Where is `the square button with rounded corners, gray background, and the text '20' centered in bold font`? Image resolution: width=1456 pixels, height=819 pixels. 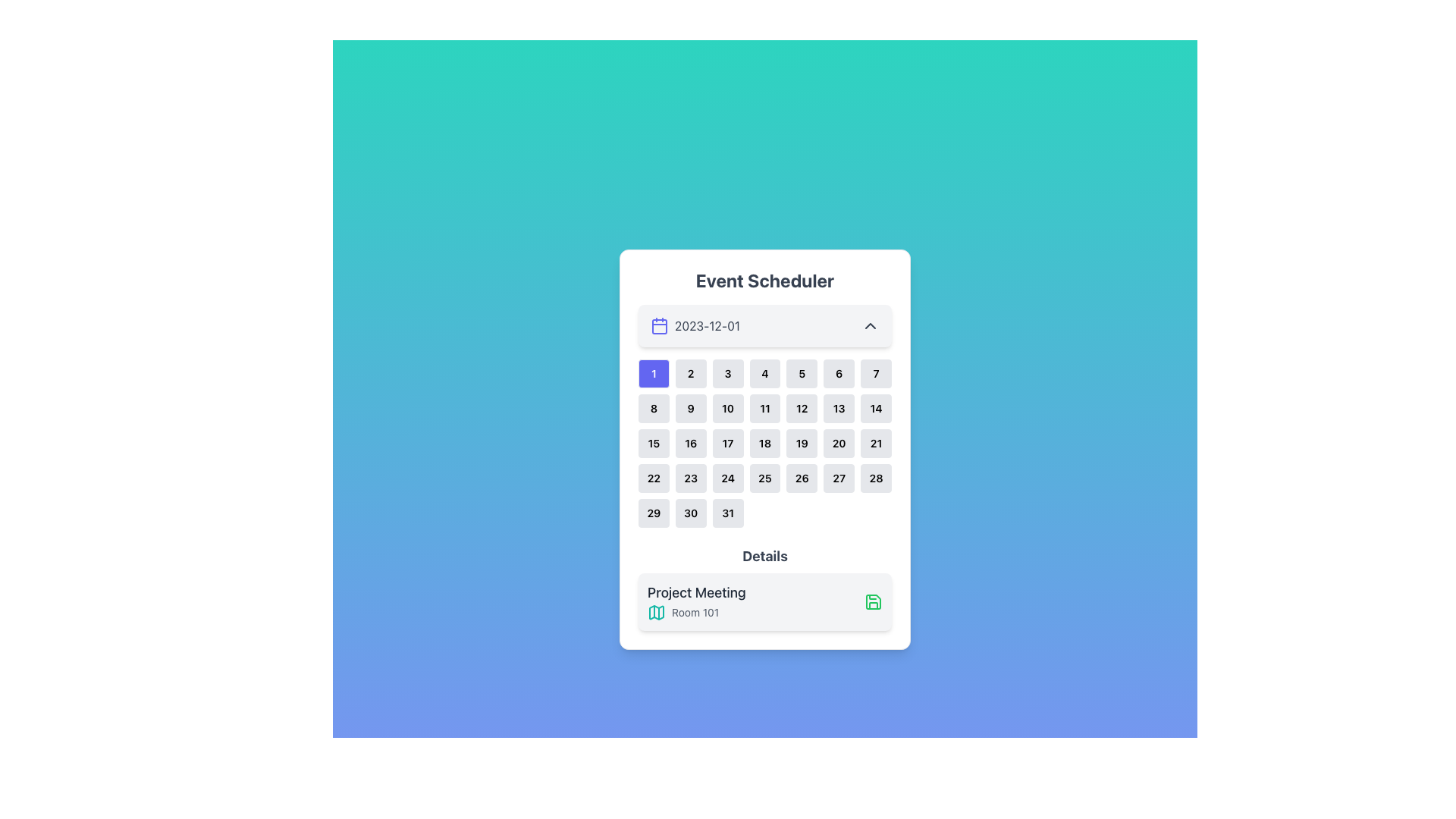
the square button with rounded corners, gray background, and the text '20' centered in bold font is located at coordinates (838, 444).